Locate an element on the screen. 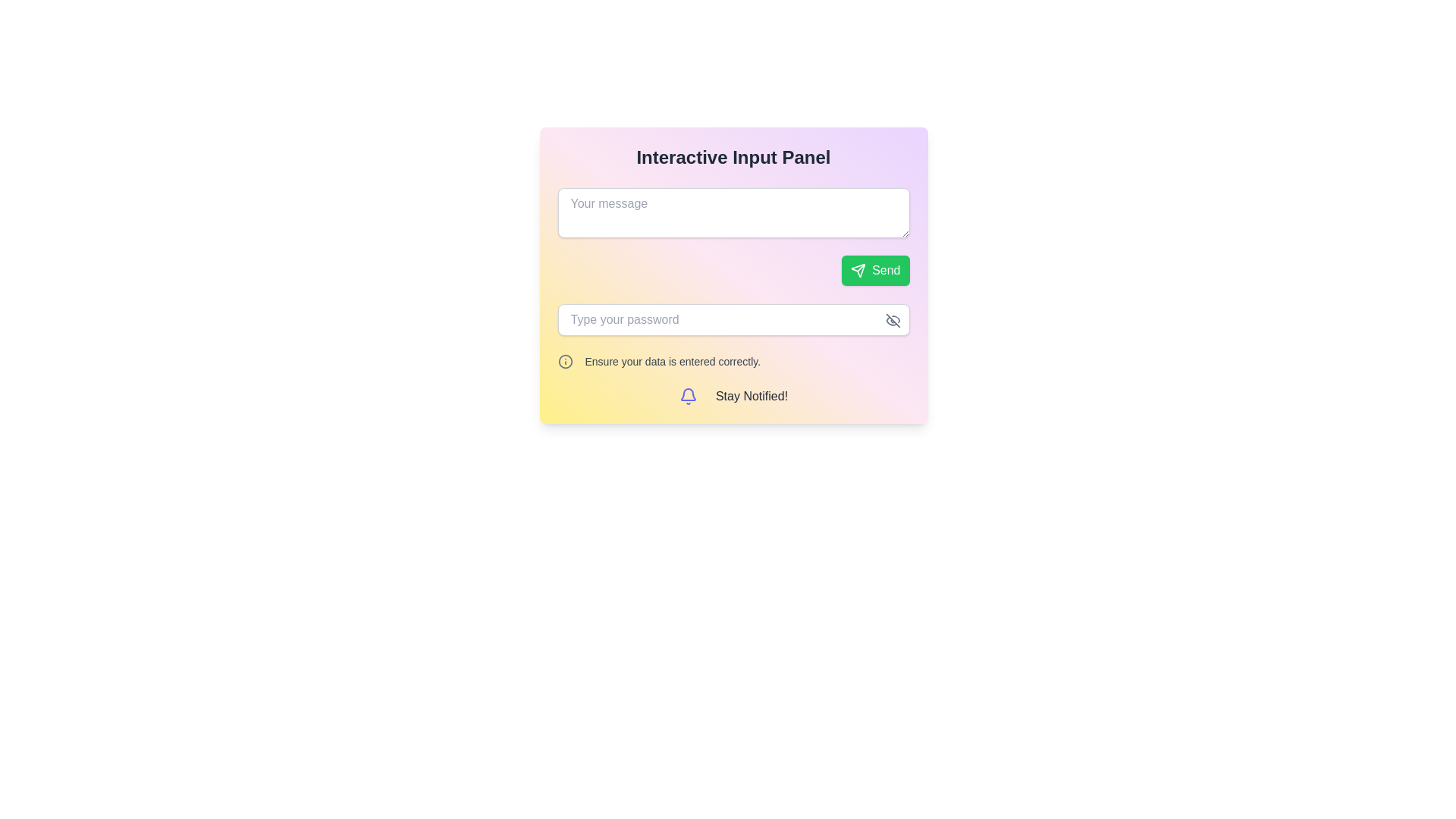  the Icon within the green 'Send' button, which is located to the left of the text 'Send' in the message input panel is located at coordinates (858, 270).